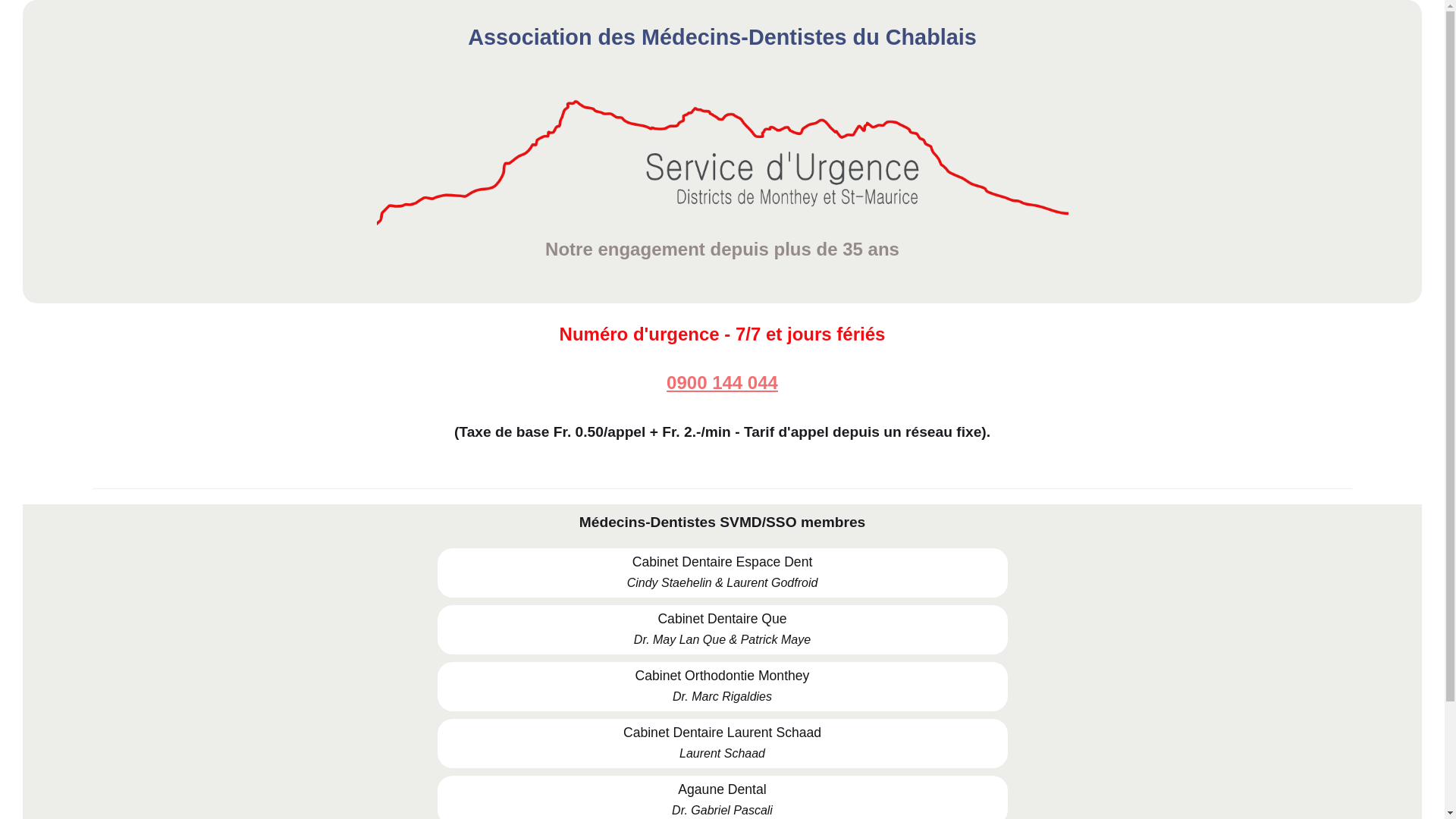 The height and width of the screenshot is (819, 1456). What do you see at coordinates (721, 382) in the screenshot?
I see `'0900 144 044'` at bounding box center [721, 382].